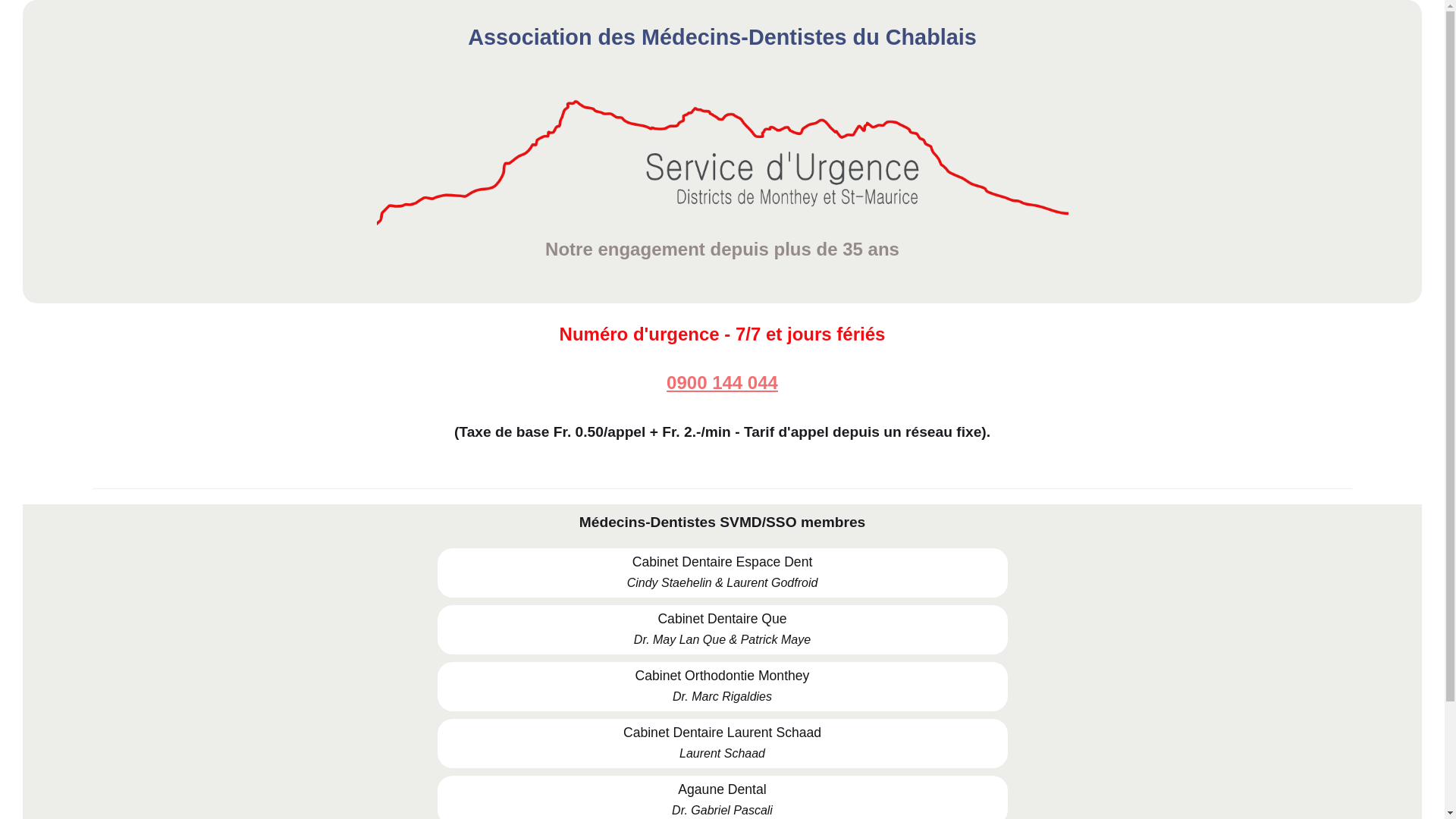 The height and width of the screenshot is (819, 1456). What do you see at coordinates (721, 382) in the screenshot?
I see `'0900 144 044'` at bounding box center [721, 382].